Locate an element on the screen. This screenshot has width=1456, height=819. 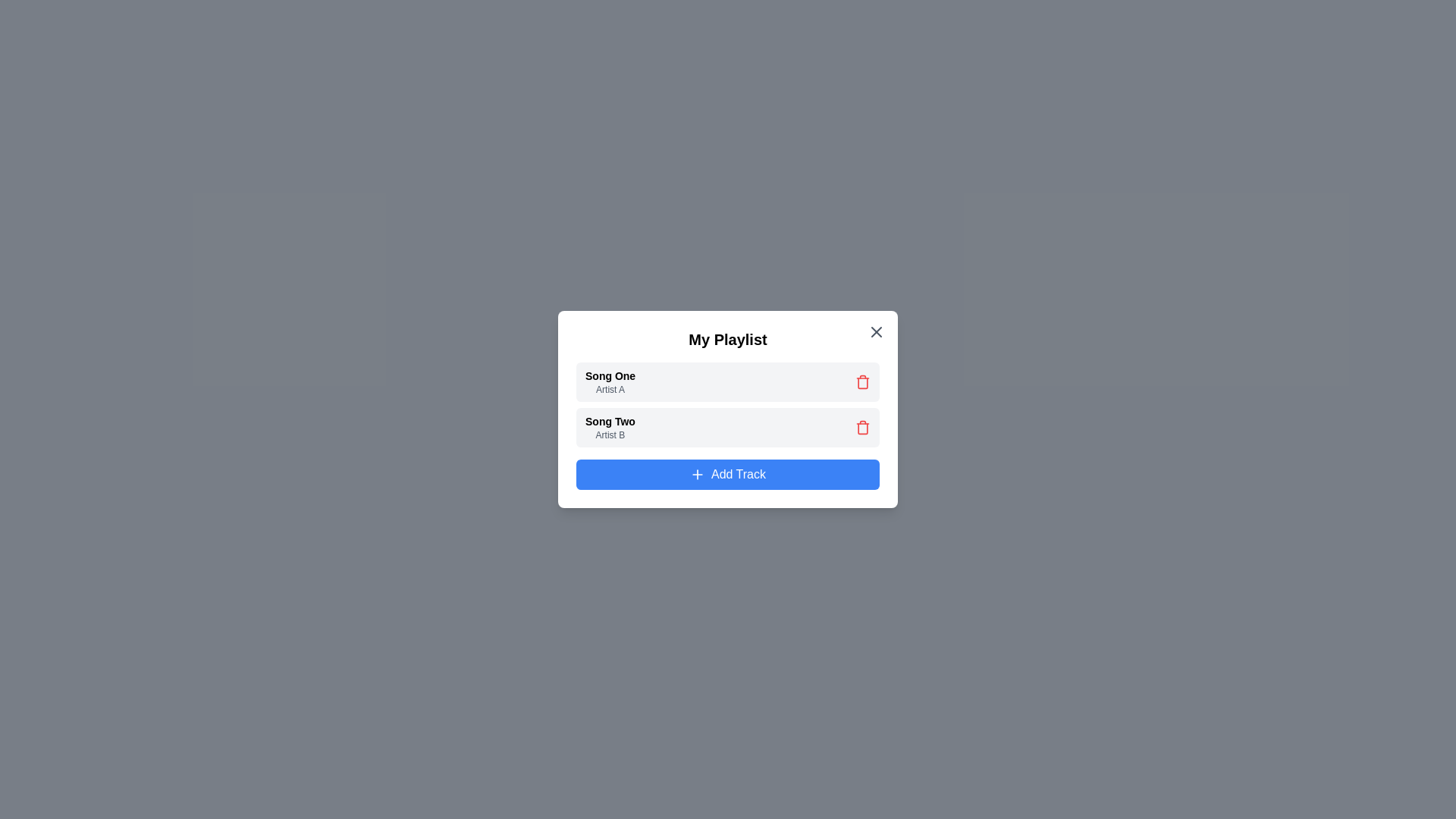
a song in the playlist manager dialog box is located at coordinates (728, 409).